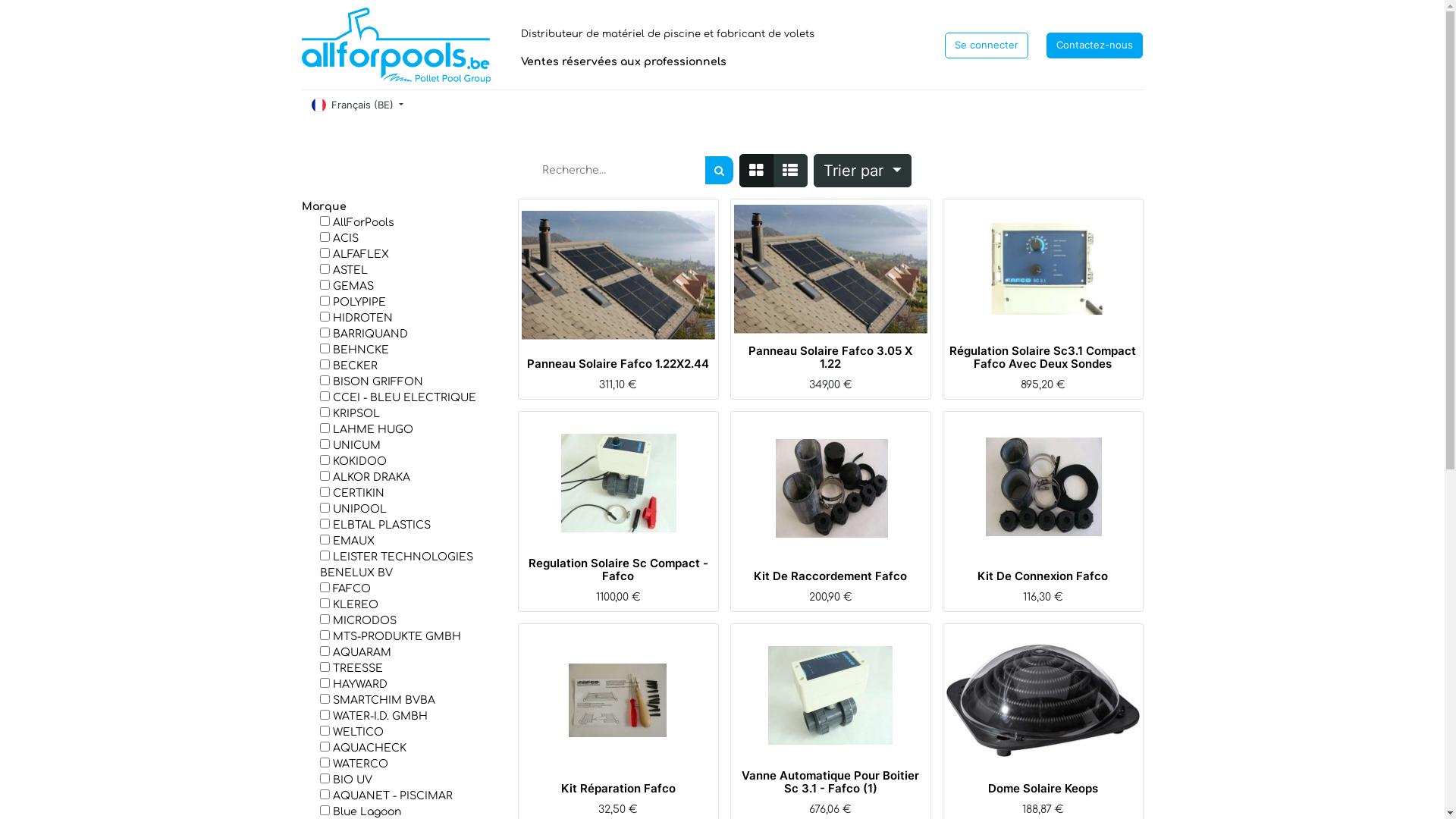 The image size is (1456, 819). I want to click on 'Regulation Solaire Sc Compact - Fafco', so click(617, 570).